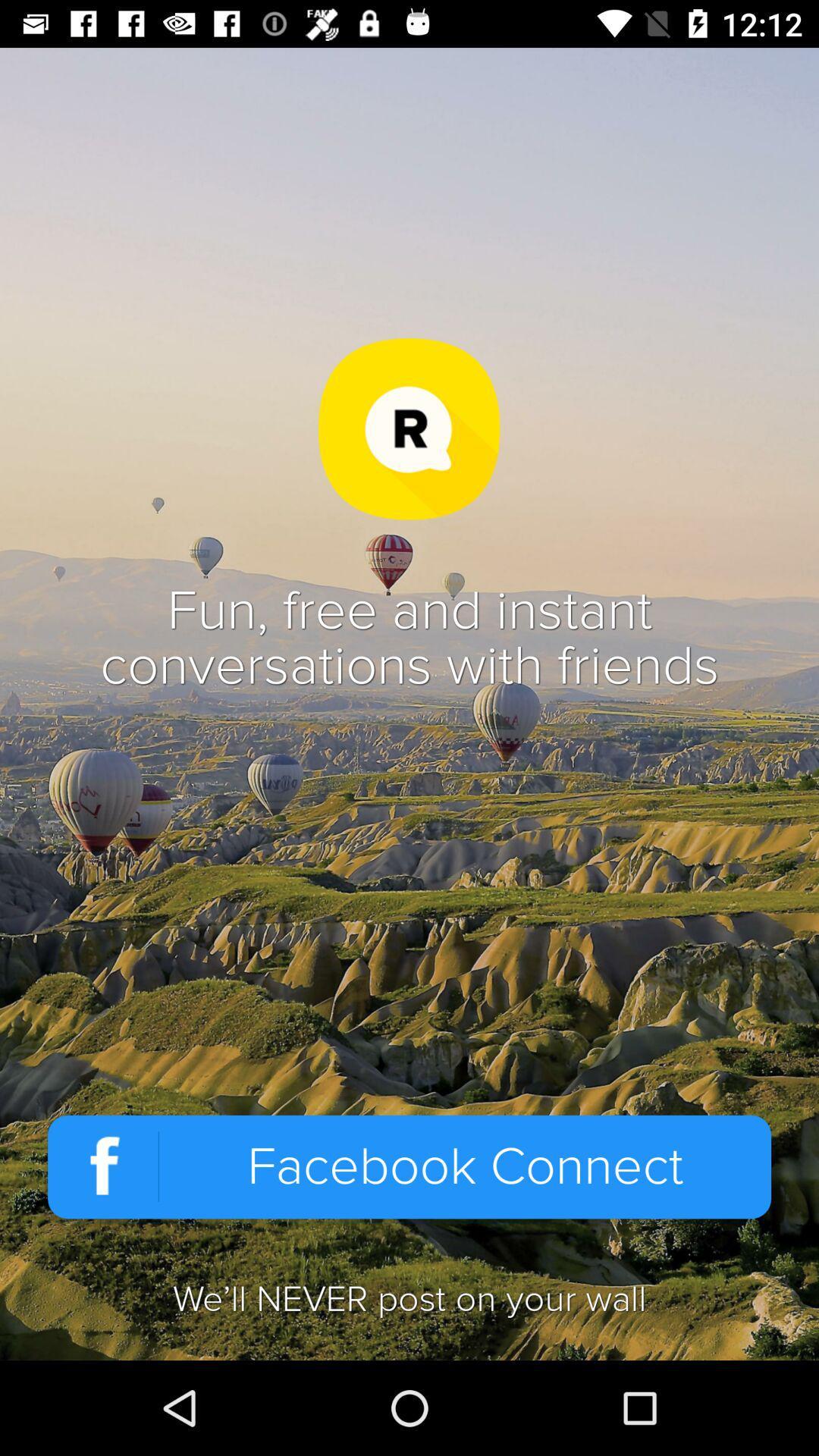 The height and width of the screenshot is (1456, 819). Describe the element at coordinates (409, 1166) in the screenshot. I see `the item below fun free and app` at that location.